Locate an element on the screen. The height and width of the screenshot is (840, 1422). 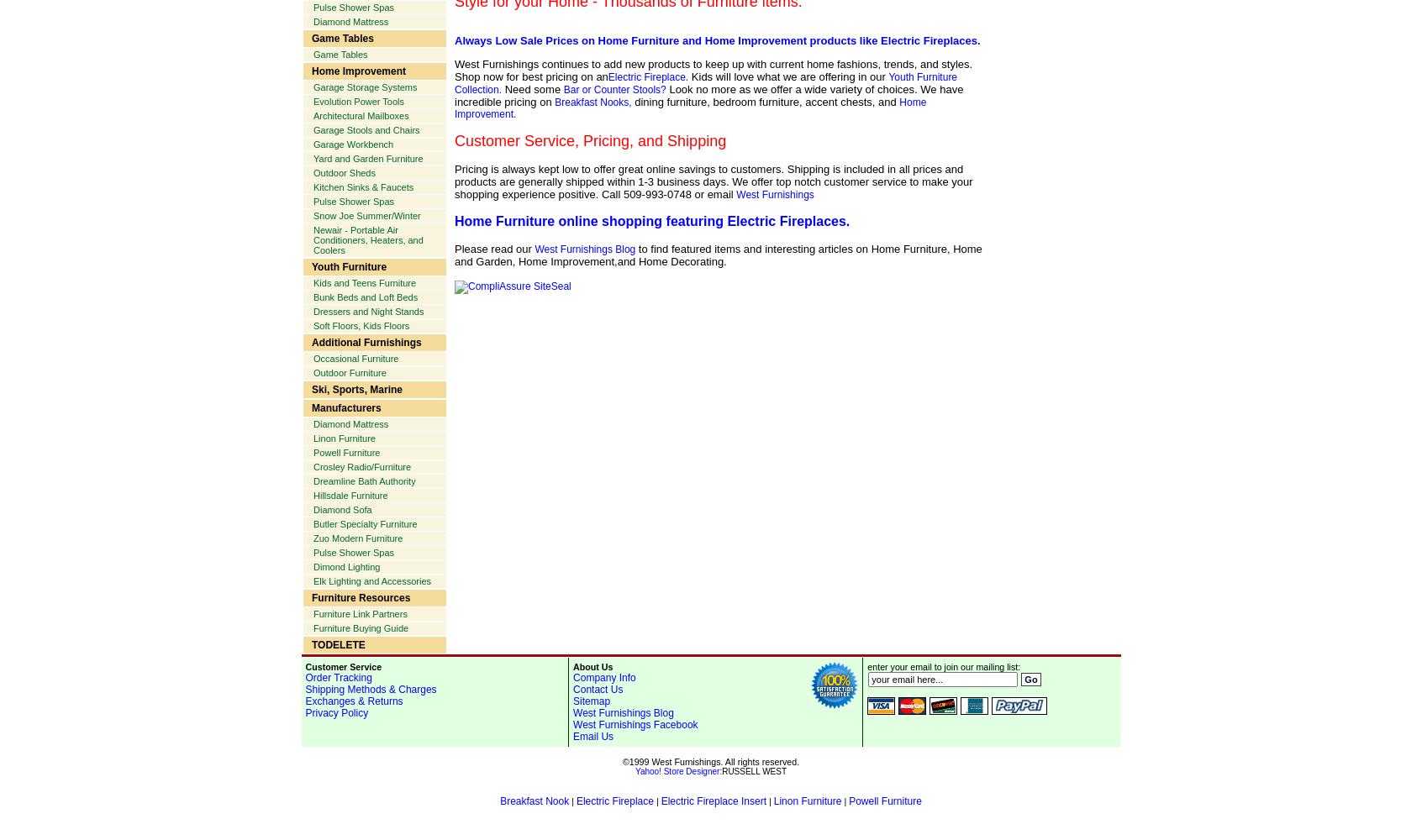
'©1999 West Furnishings. All rights reserved.' is located at coordinates (710, 762).